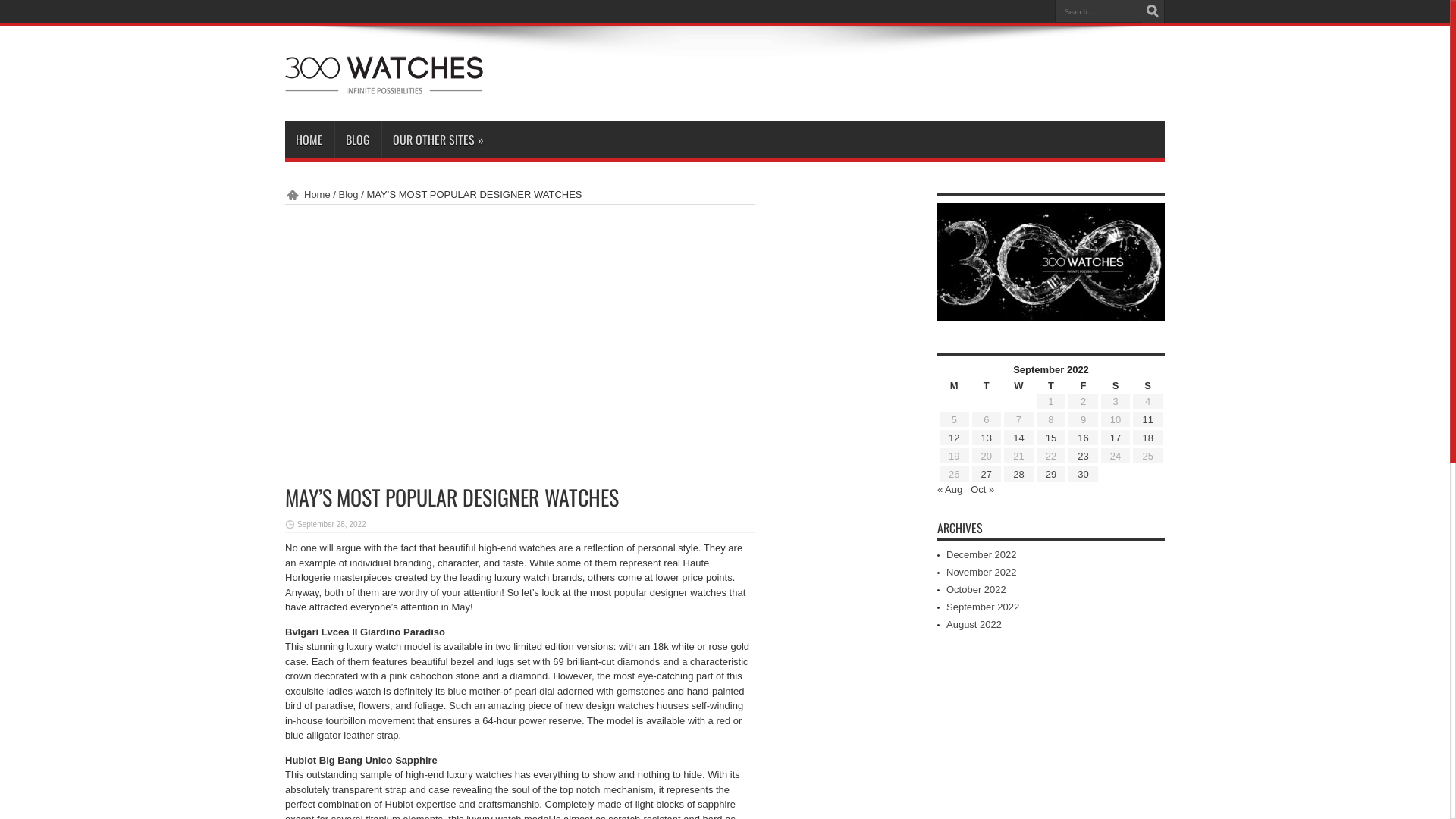 The height and width of the screenshot is (819, 1456). Describe the element at coordinates (1050, 473) in the screenshot. I see `'29'` at that location.